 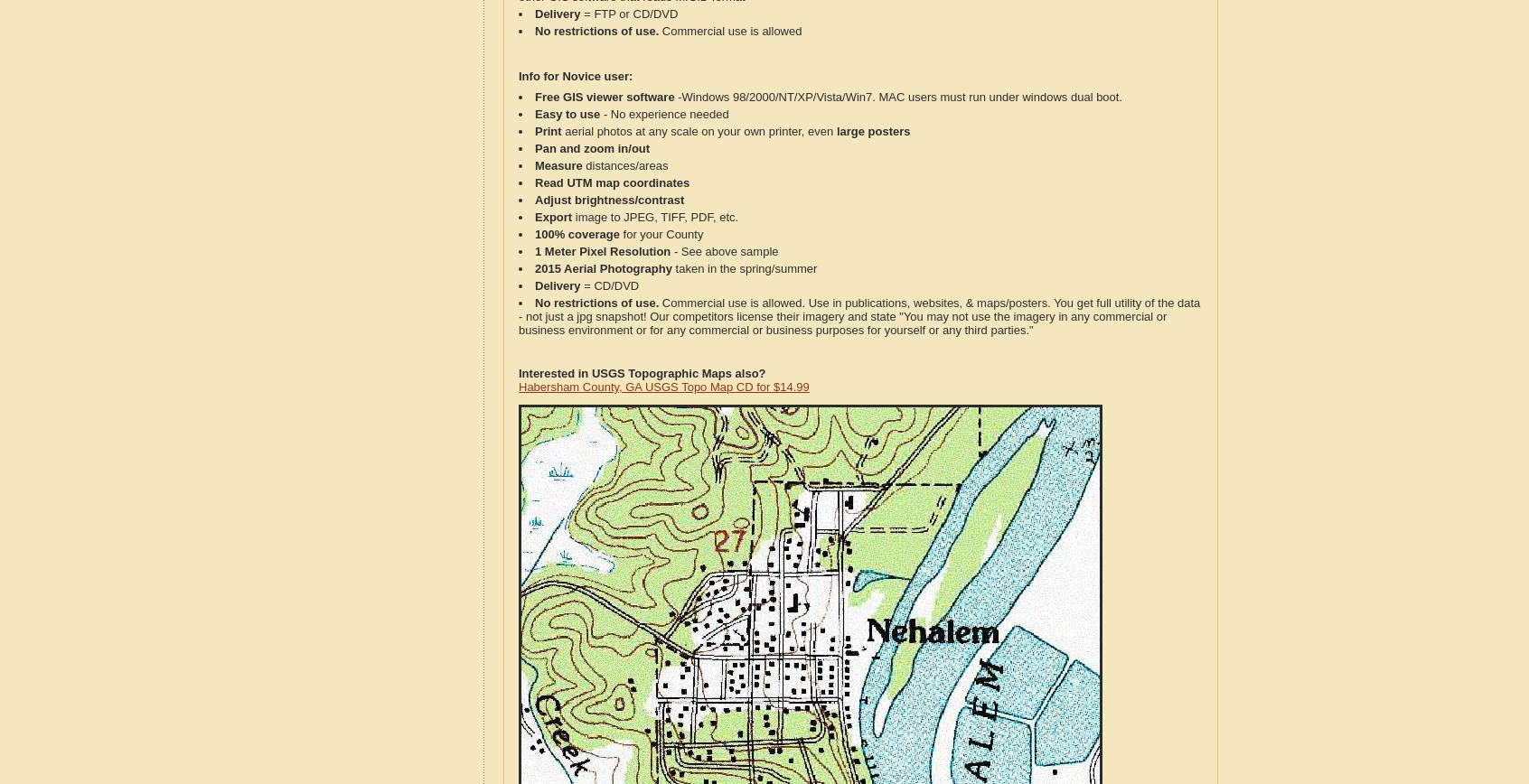 What do you see at coordinates (724, 251) in the screenshot?
I see `'- See above sample'` at bounding box center [724, 251].